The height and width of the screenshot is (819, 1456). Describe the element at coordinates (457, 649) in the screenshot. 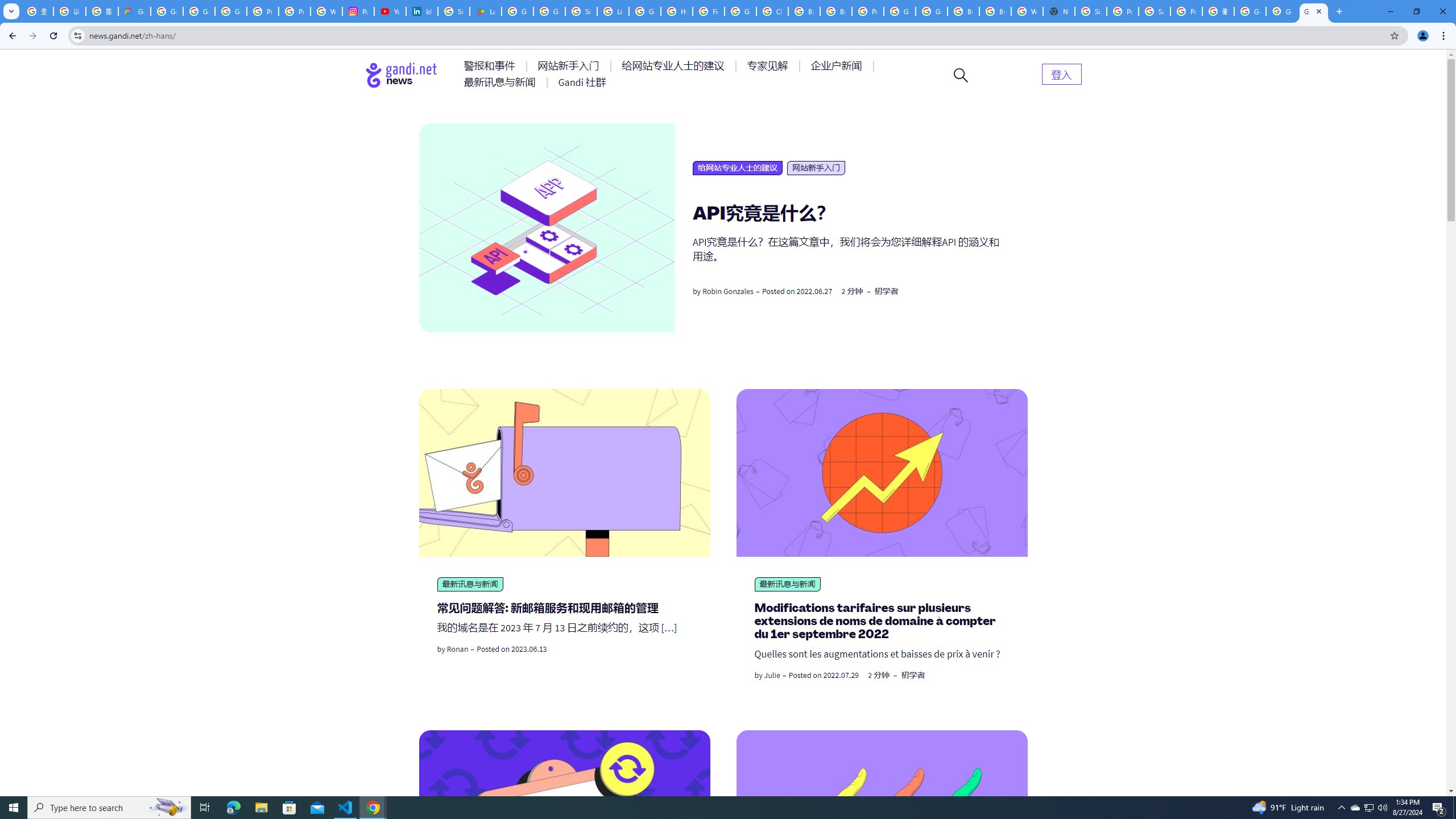

I see `'Ronan'` at that location.